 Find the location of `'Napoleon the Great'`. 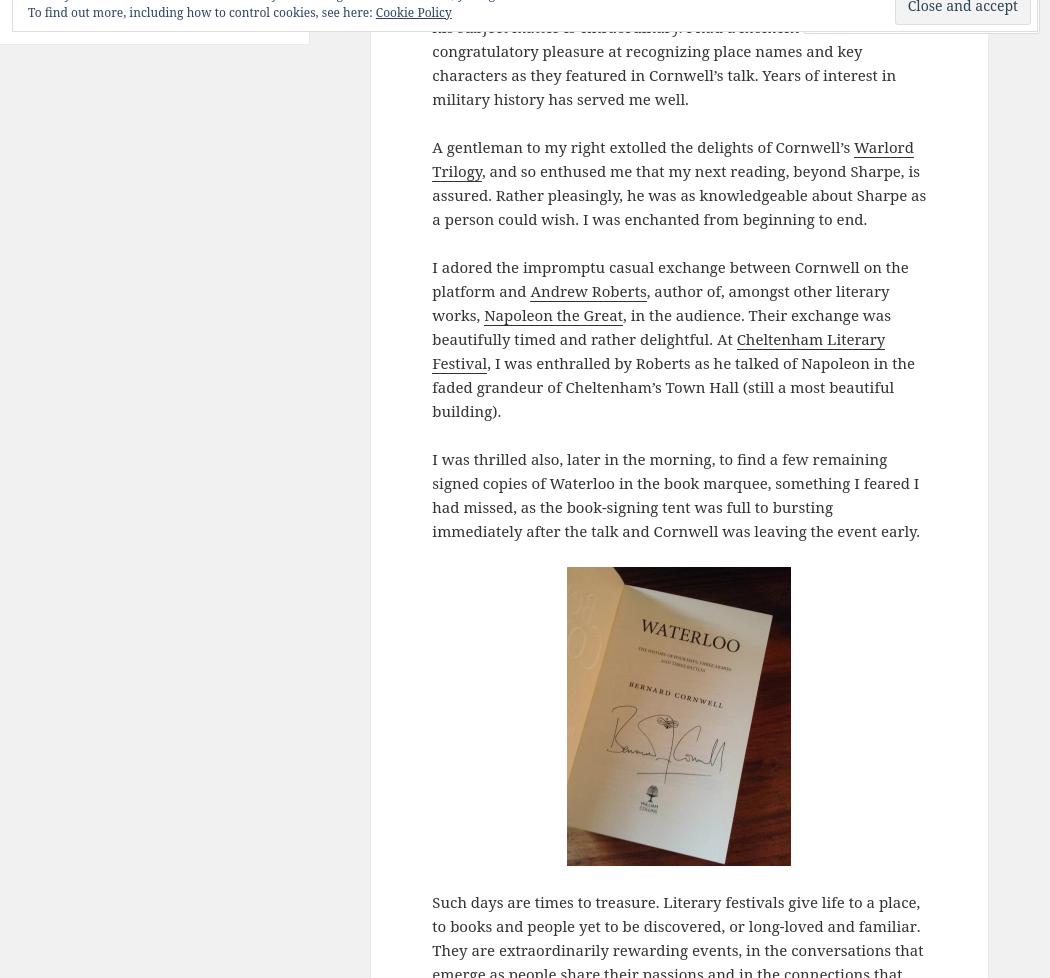

'Napoleon the Great' is located at coordinates (553, 313).